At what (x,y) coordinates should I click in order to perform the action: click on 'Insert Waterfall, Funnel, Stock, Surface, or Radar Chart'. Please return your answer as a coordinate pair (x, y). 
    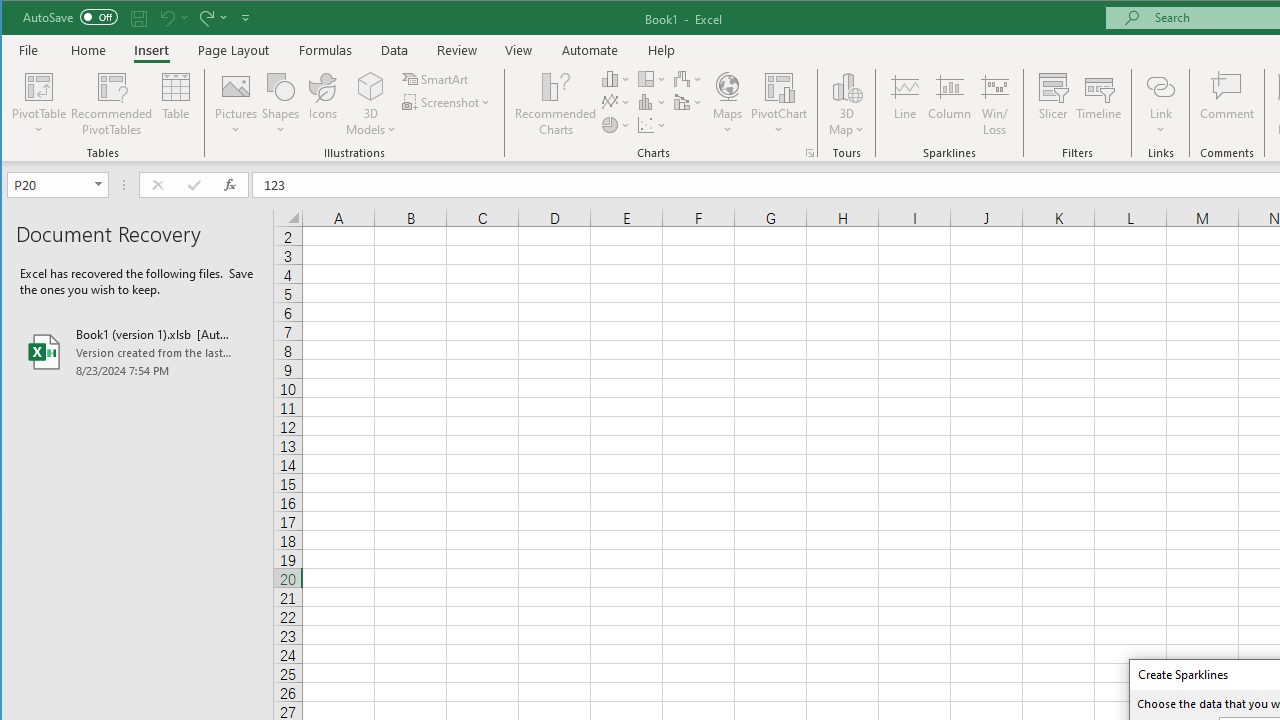
    Looking at the image, I should click on (688, 78).